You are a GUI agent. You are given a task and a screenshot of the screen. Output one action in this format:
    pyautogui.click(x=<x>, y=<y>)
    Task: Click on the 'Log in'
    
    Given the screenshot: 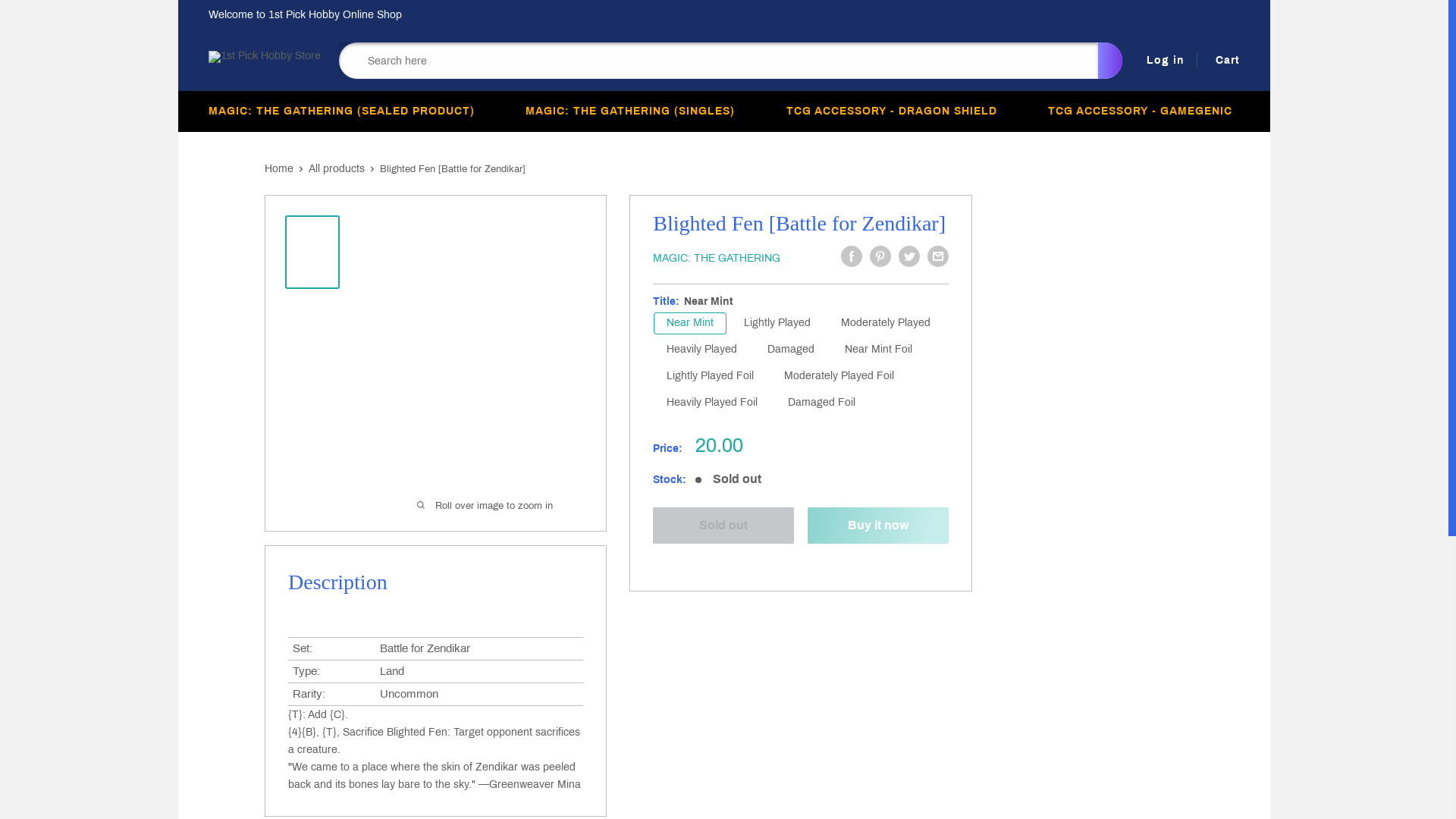 What is the action you would take?
    pyautogui.click(x=1161, y=60)
    